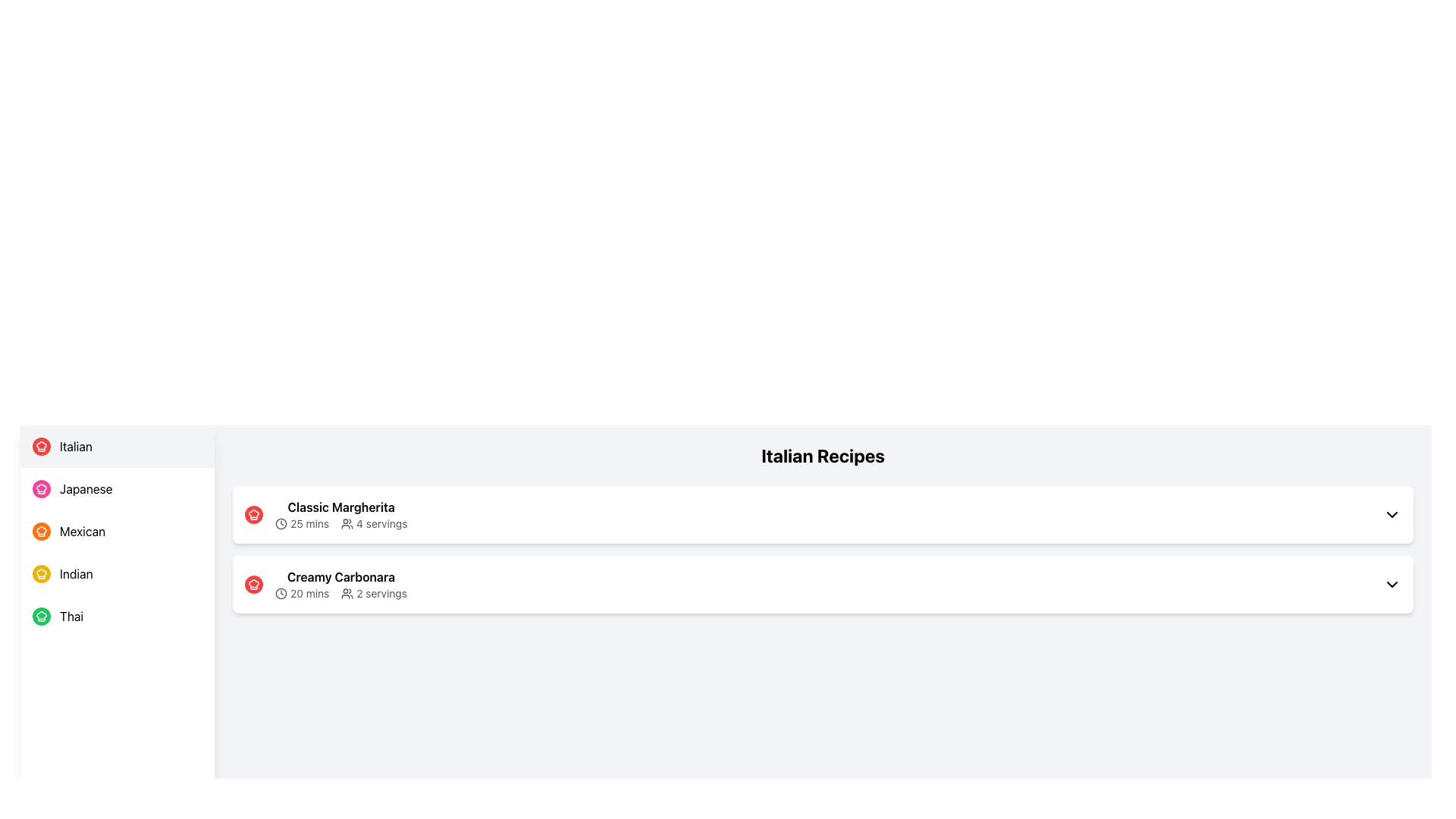  Describe the element at coordinates (347, 593) in the screenshot. I see `the servings icon located to the left of the text '2 servings' in the second recipe entry titled 'Creamy Carbonara' under the 'Italian Recipes' section` at that location.